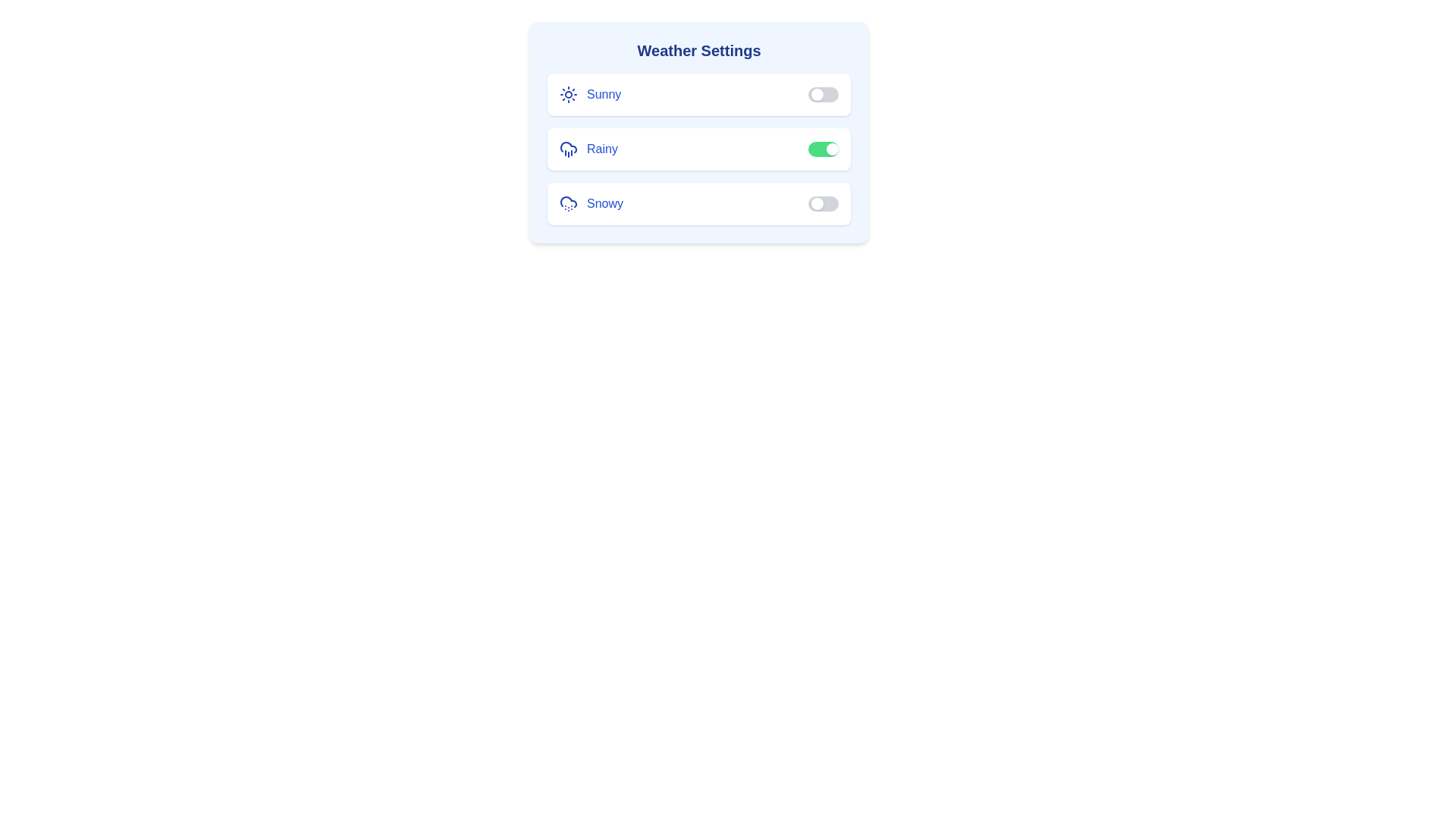 The width and height of the screenshot is (1456, 819). Describe the element at coordinates (601, 149) in the screenshot. I see `the Text label indicating the weather condition, which represents 'Rainy', located to the right of a rainy cloud icon and to the left of a green toggle switch` at that location.